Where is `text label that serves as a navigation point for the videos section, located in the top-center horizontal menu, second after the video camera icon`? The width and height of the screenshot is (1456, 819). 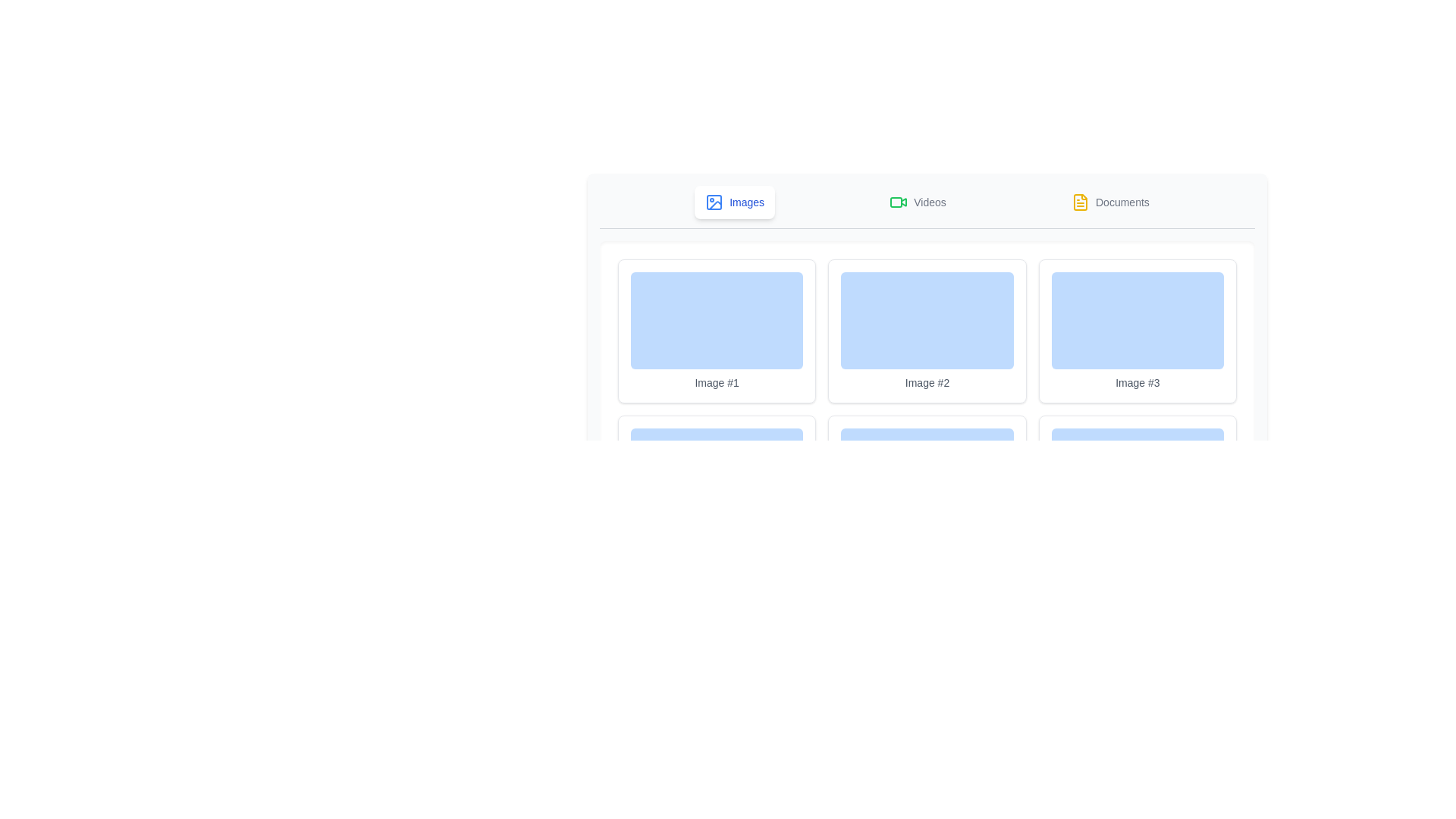
text label that serves as a navigation point for the videos section, located in the top-center horizontal menu, second after the video camera icon is located at coordinates (929, 201).